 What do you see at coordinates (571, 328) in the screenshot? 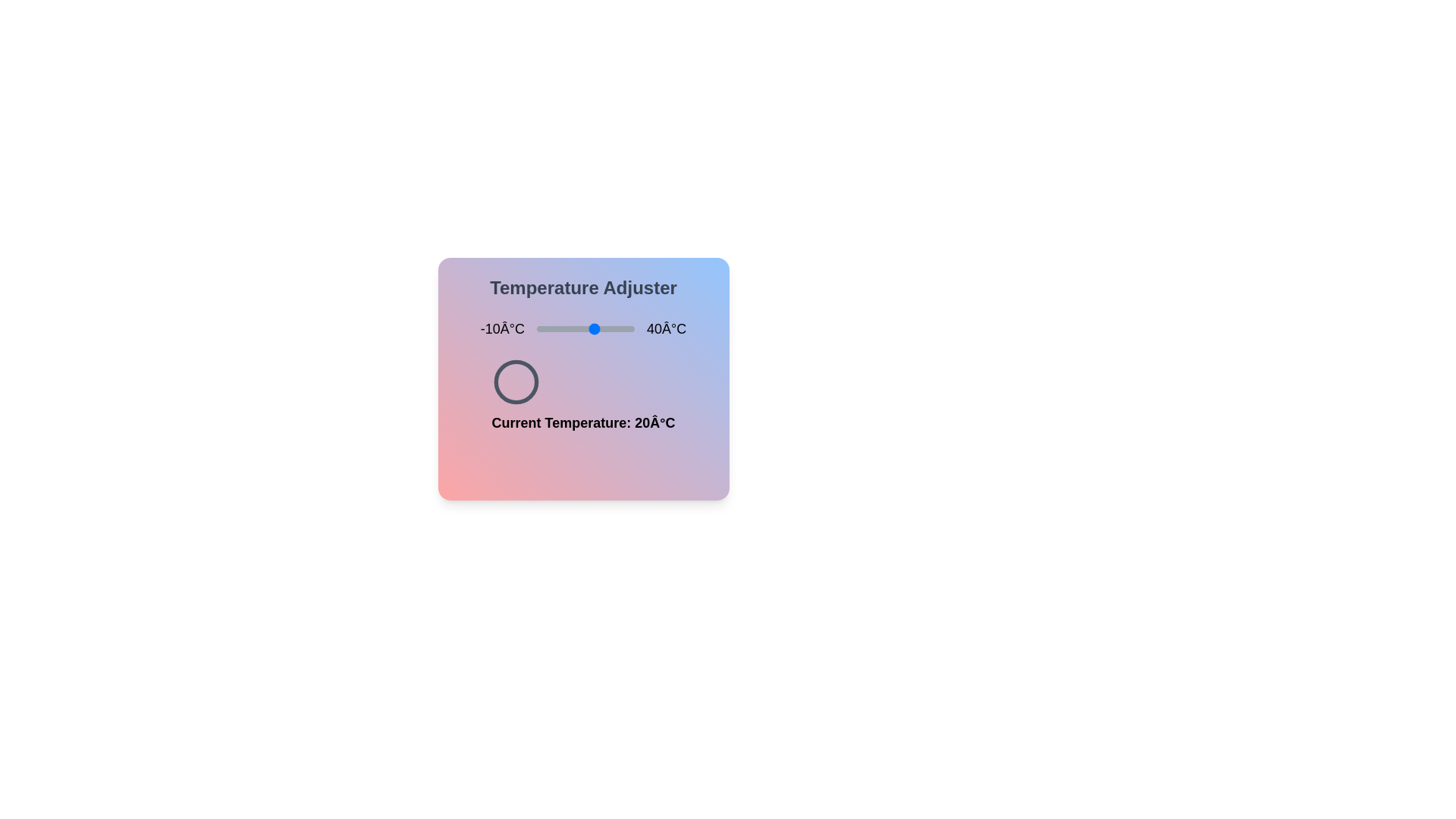
I see `the temperature slider to 8°C` at bounding box center [571, 328].